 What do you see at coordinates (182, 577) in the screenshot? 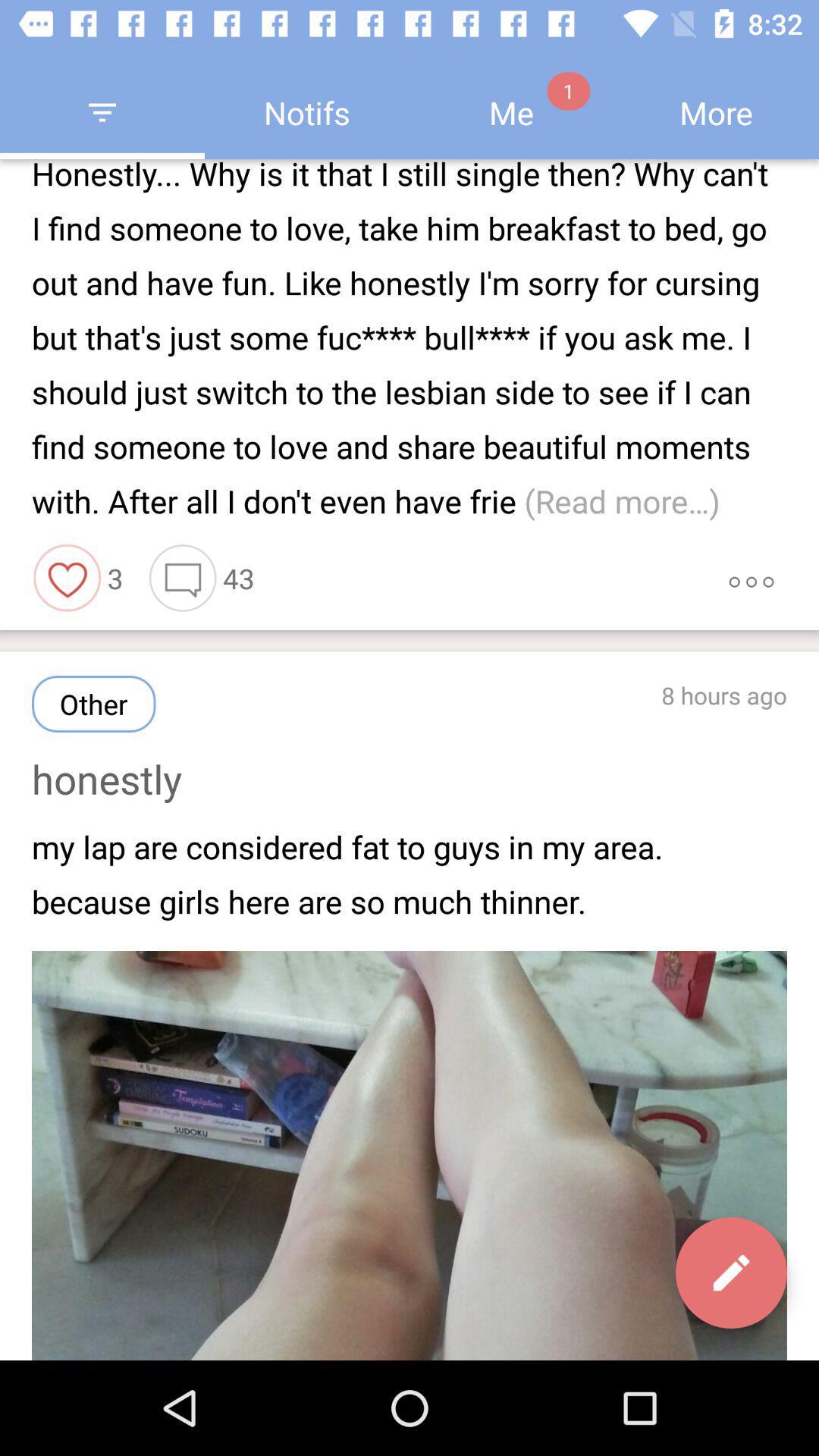
I see `icon to the left of the 43 item` at bounding box center [182, 577].